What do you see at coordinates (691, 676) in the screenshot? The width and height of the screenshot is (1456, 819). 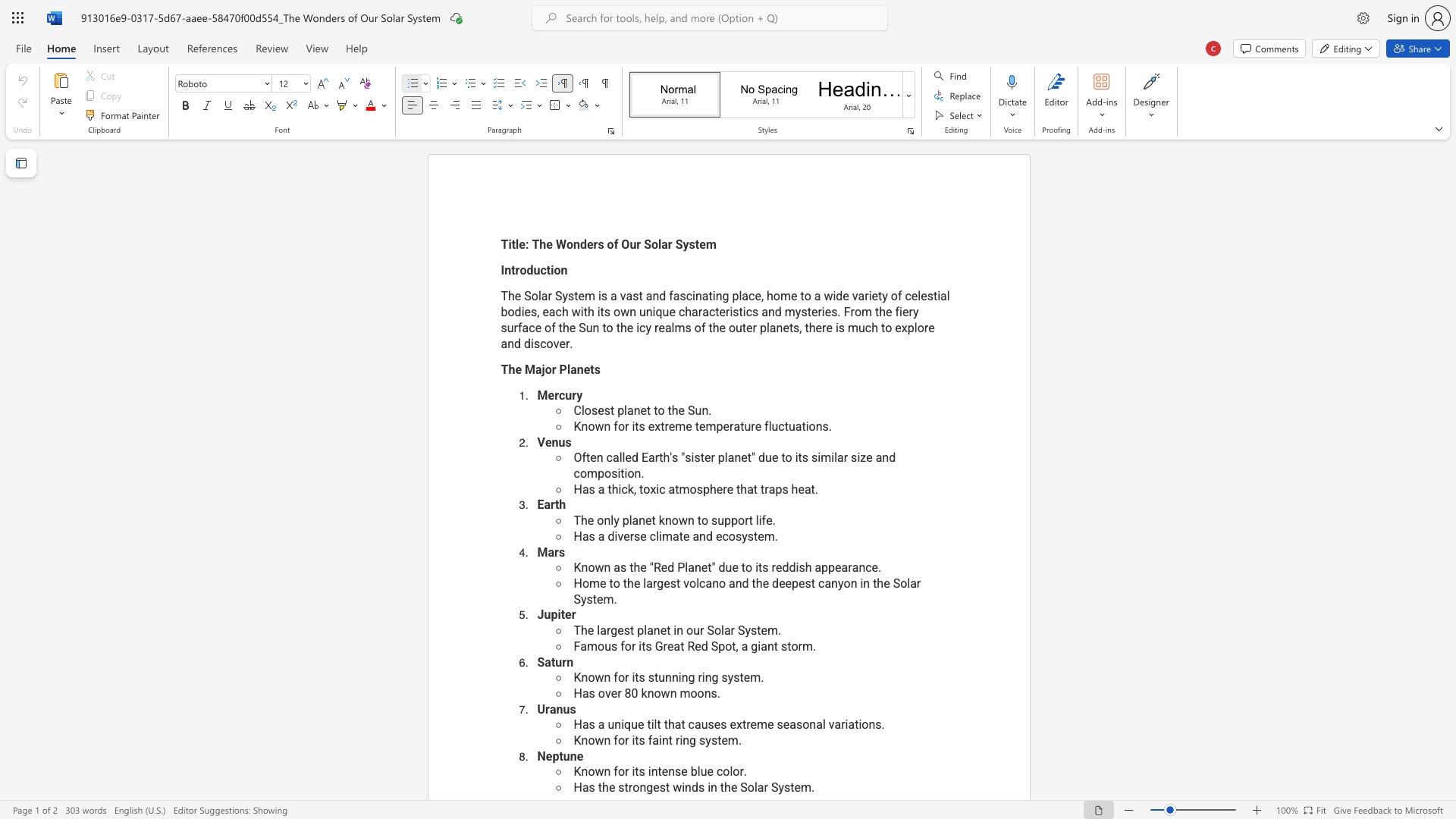 I see `the 1th character "g" in the text` at bounding box center [691, 676].